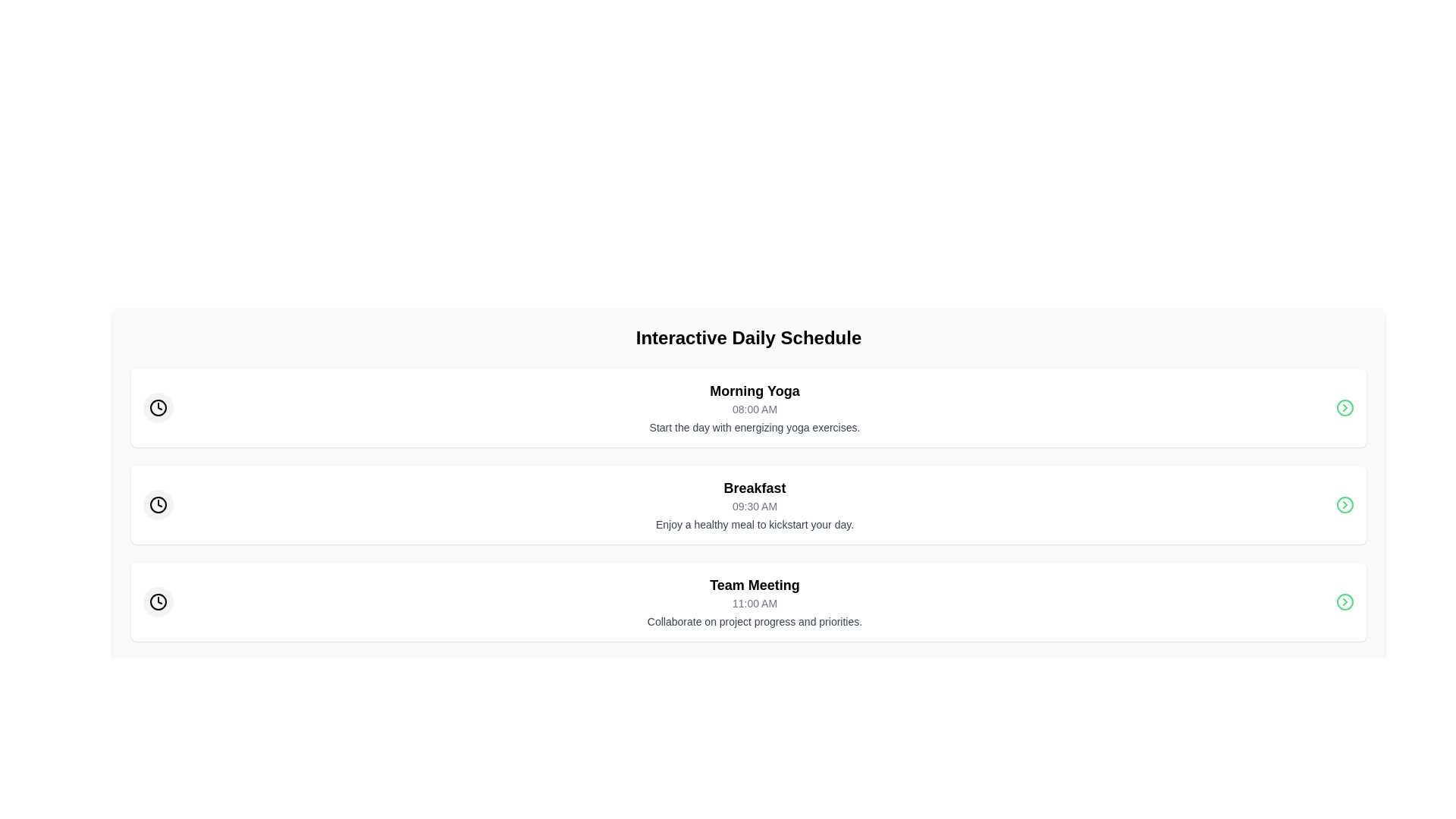 This screenshot has width=1456, height=819. What do you see at coordinates (755, 523) in the screenshot?
I see `descriptive text label located below the '09:30 AM' subheading of the 'Breakfast' activity in the daily schedule` at bounding box center [755, 523].